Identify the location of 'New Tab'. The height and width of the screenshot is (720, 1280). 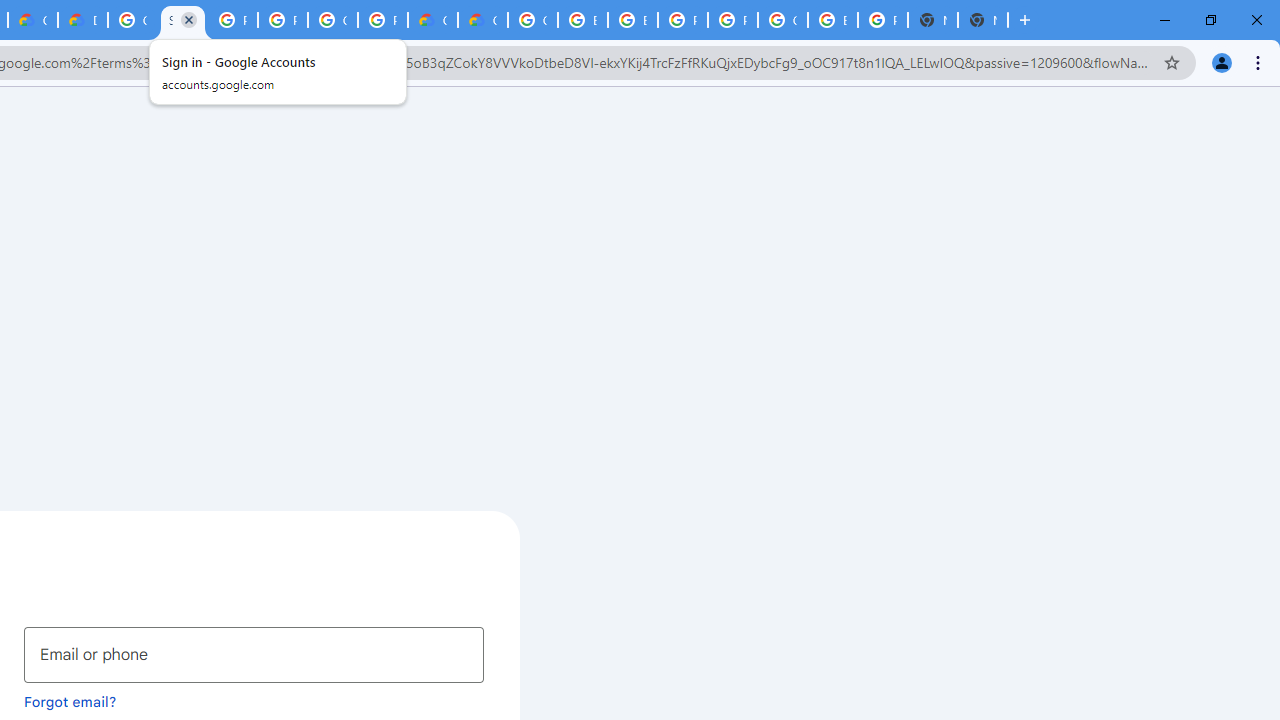
(983, 20).